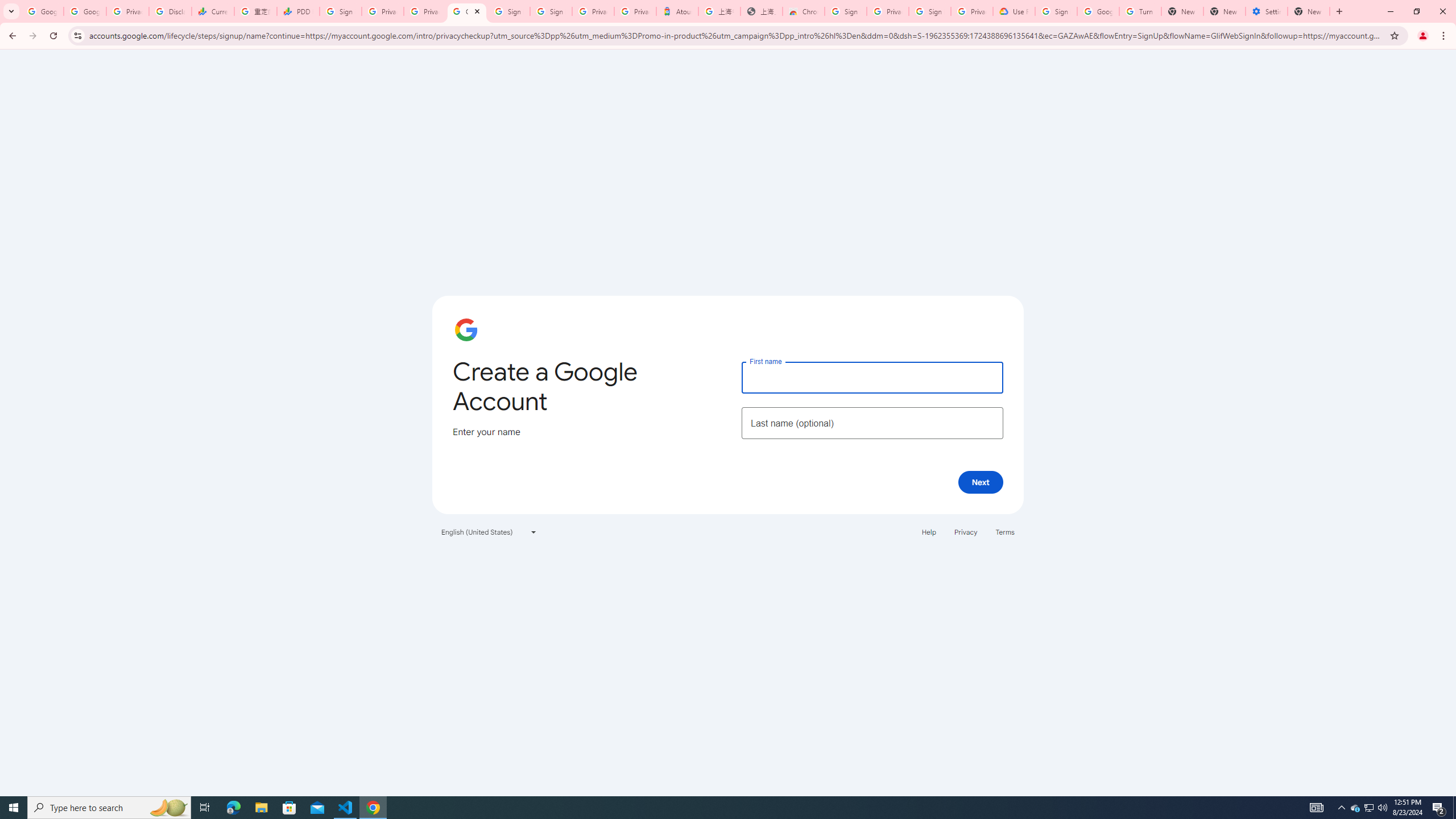 The width and height of the screenshot is (1456, 819). Describe the element at coordinates (1004, 531) in the screenshot. I see `'Terms'` at that location.